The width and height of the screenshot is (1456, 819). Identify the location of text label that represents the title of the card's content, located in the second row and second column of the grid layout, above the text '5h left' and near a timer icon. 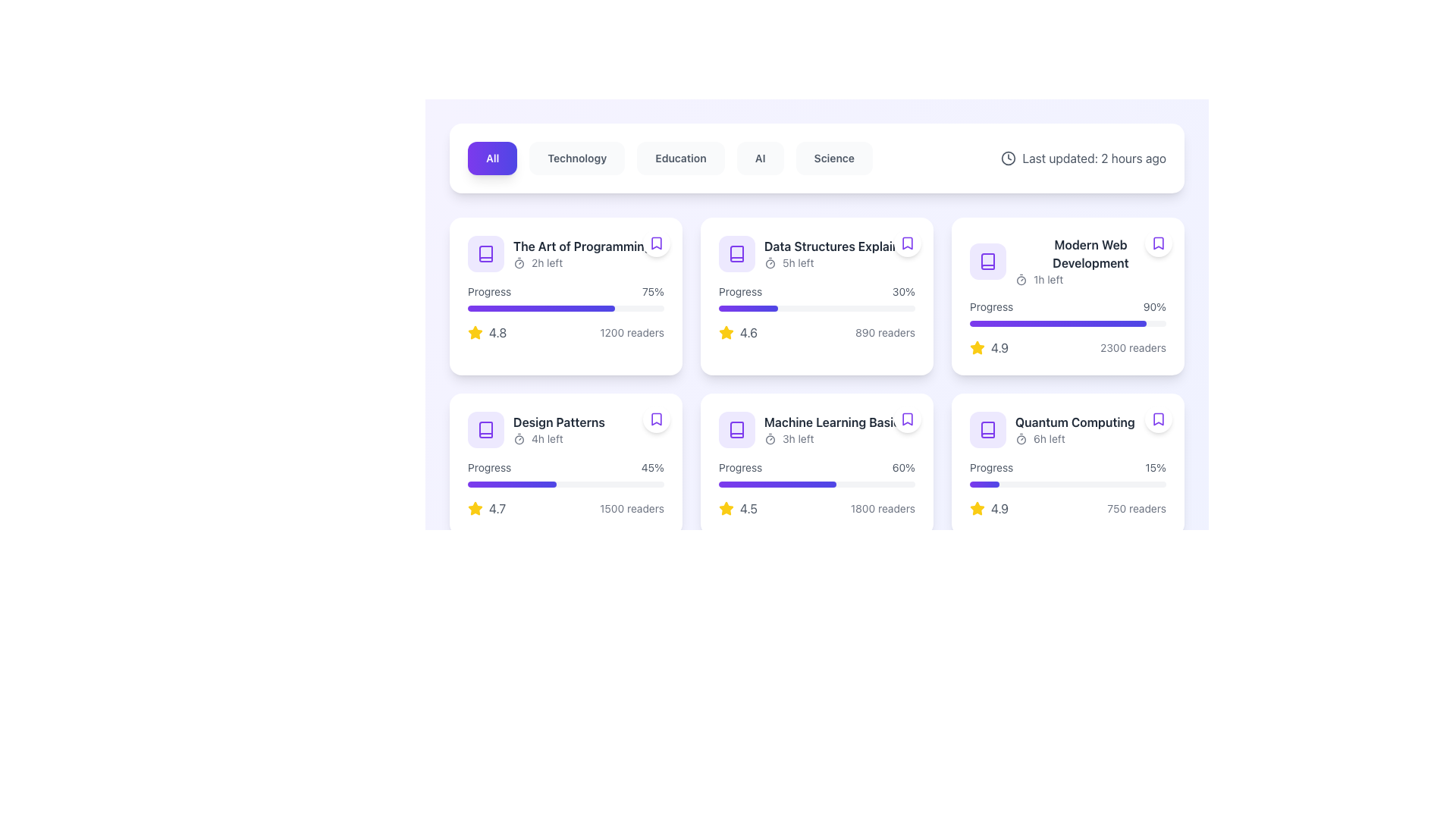
(838, 245).